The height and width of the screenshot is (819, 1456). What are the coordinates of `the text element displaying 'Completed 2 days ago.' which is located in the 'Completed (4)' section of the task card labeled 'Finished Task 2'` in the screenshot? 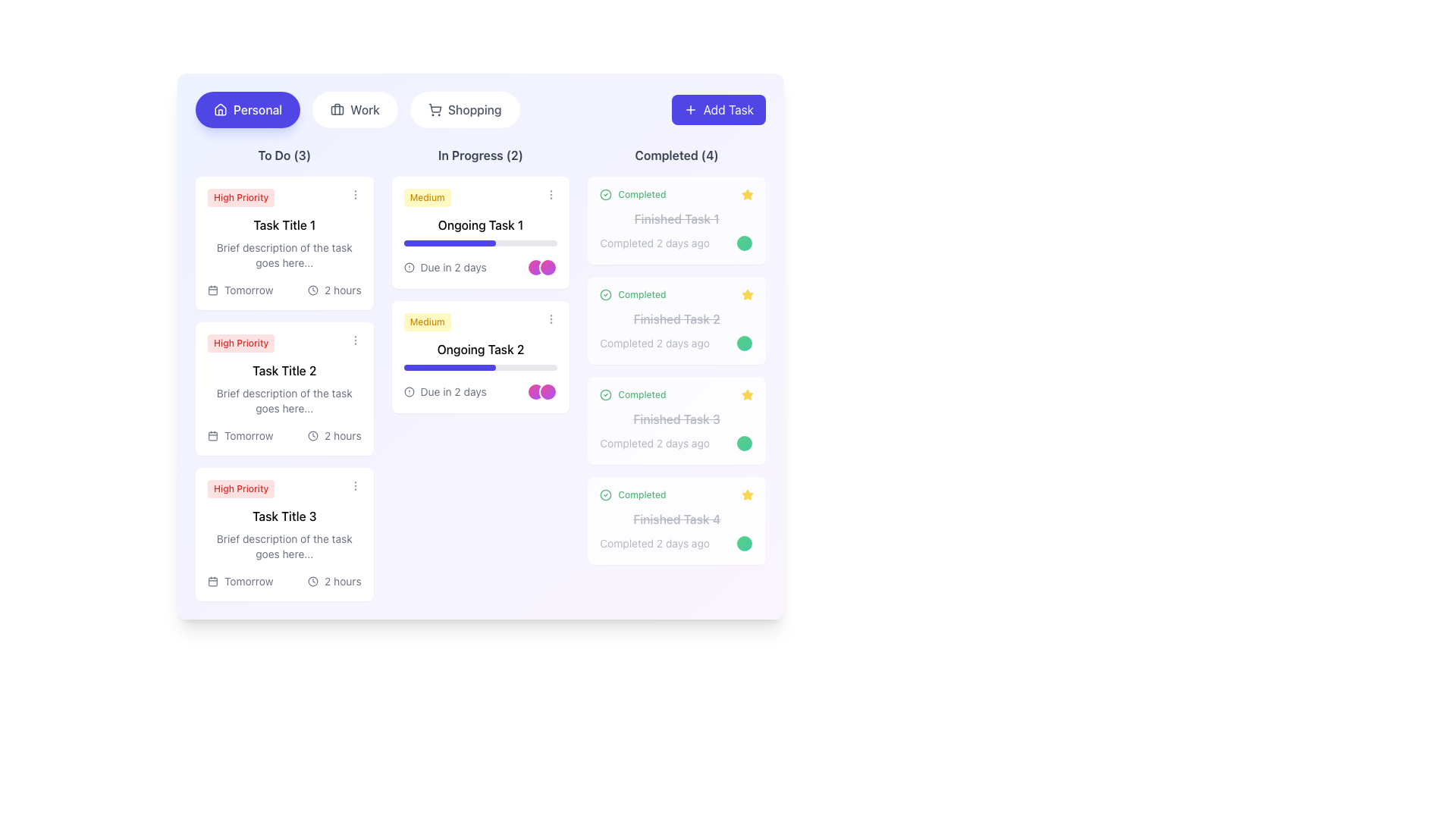 It's located at (676, 343).